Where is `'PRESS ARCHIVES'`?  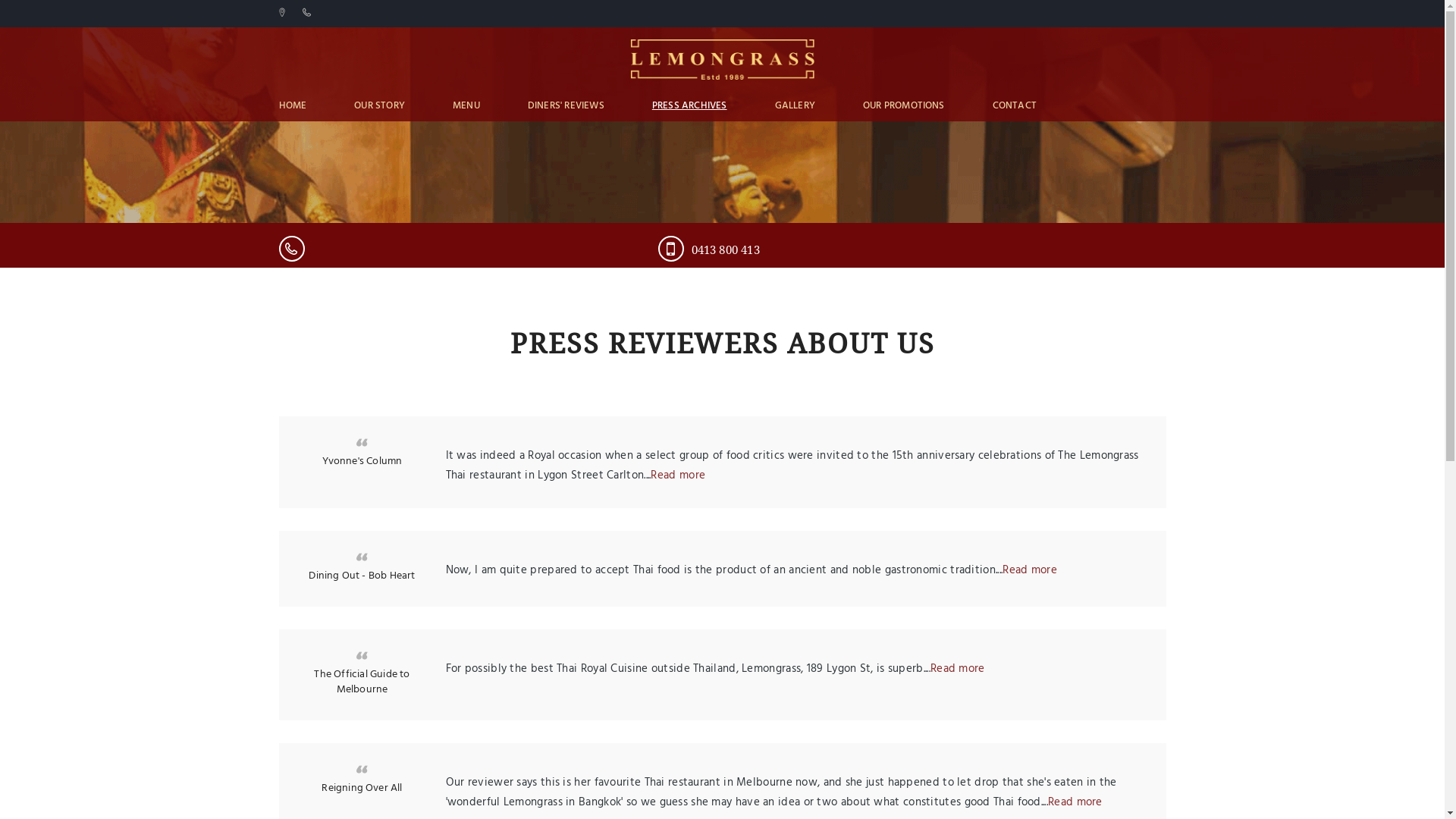 'PRESS ARCHIVES' is located at coordinates (689, 105).